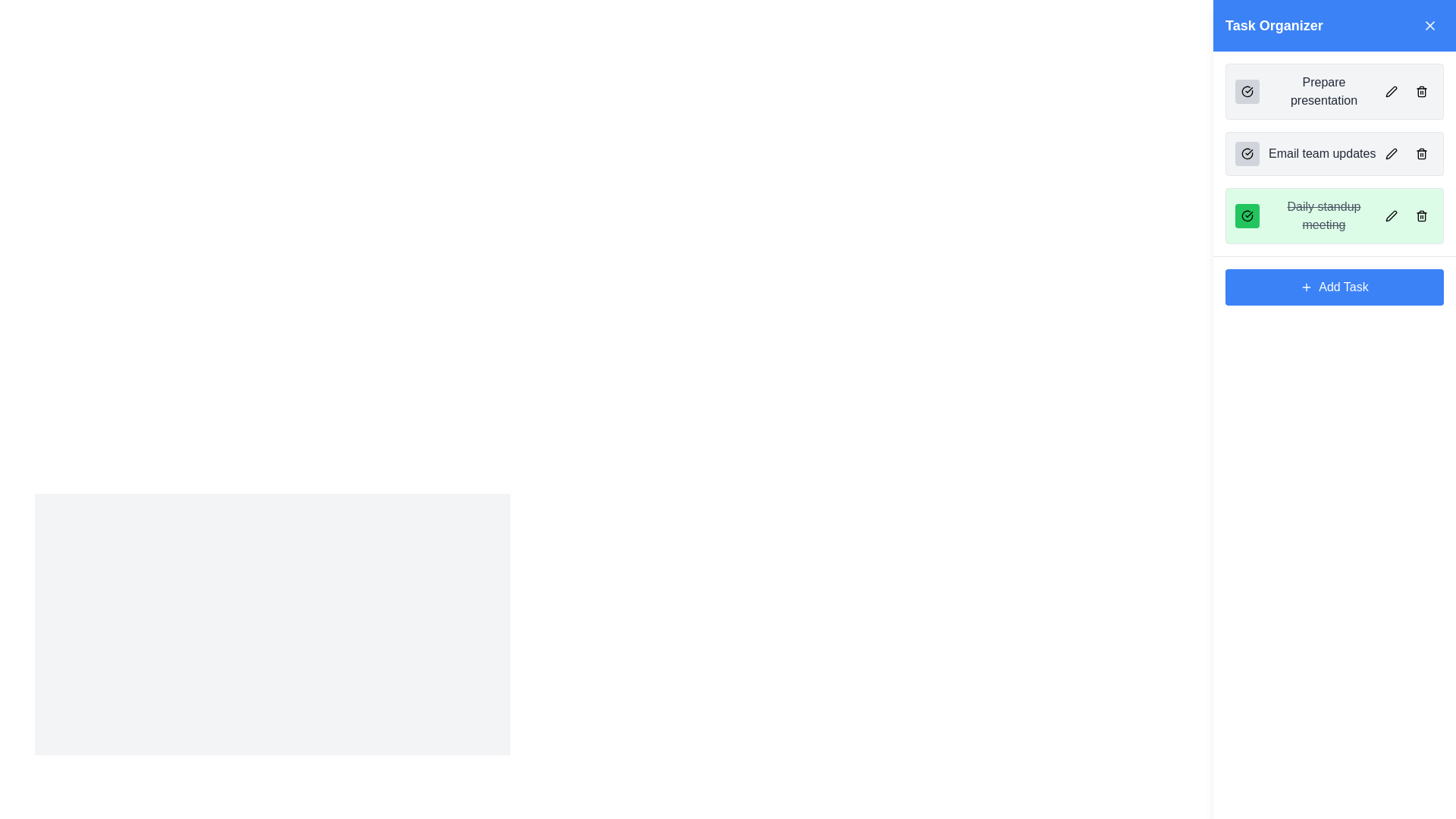 The width and height of the screenshot is (1456, 819). What do you see at coordinates (1391, 154) in the screenshot?
I see `the edit icon, which is a small black pencil icon located to the right of the task name in the second row of the task list, to initiate editing` at bounding box center [1391, 154].